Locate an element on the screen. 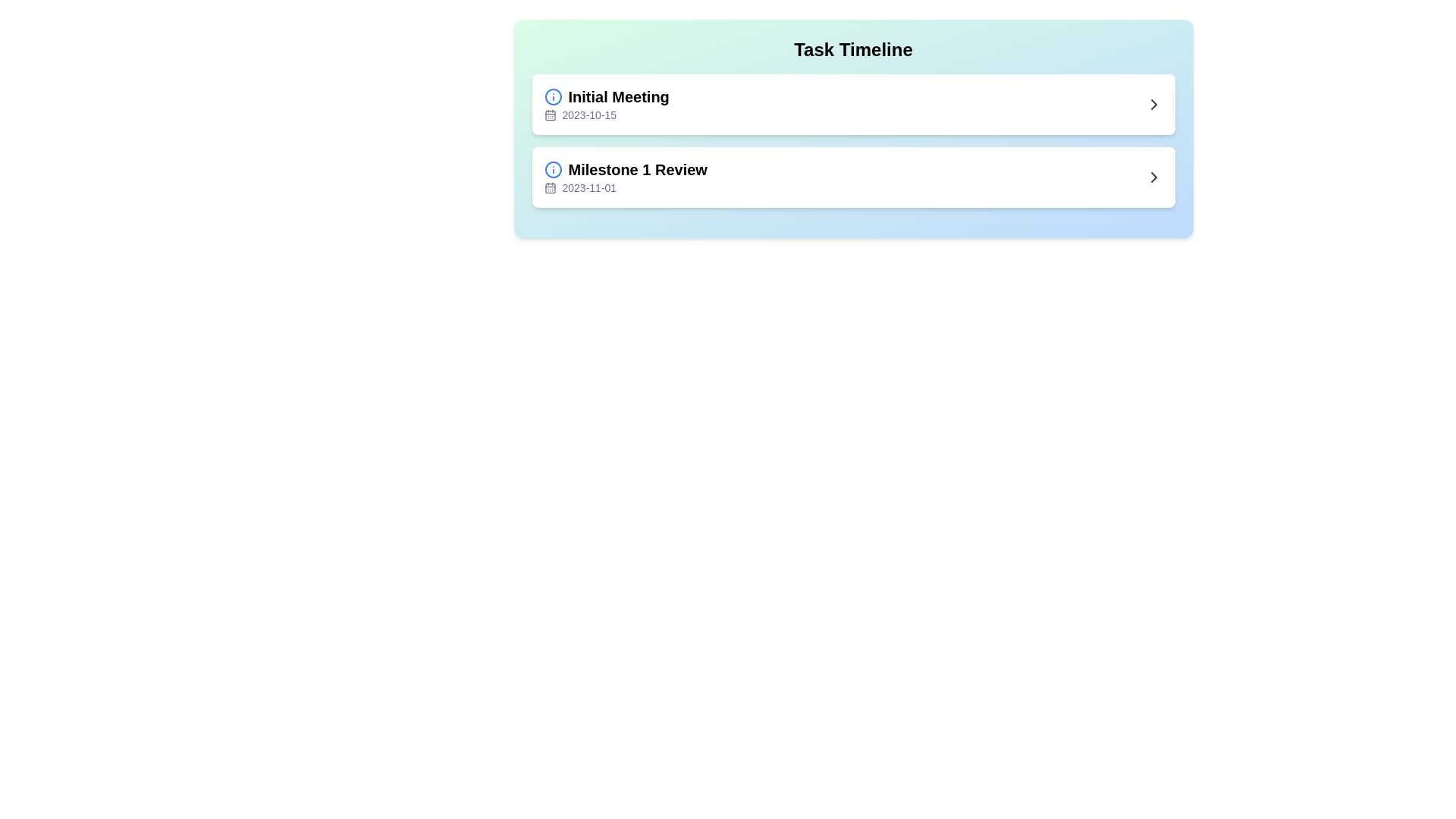  the informational icon located to the left of the text 'Initial Meeting' in the 'Task Timeline' section to overview it is located at coordinates (552, 96).